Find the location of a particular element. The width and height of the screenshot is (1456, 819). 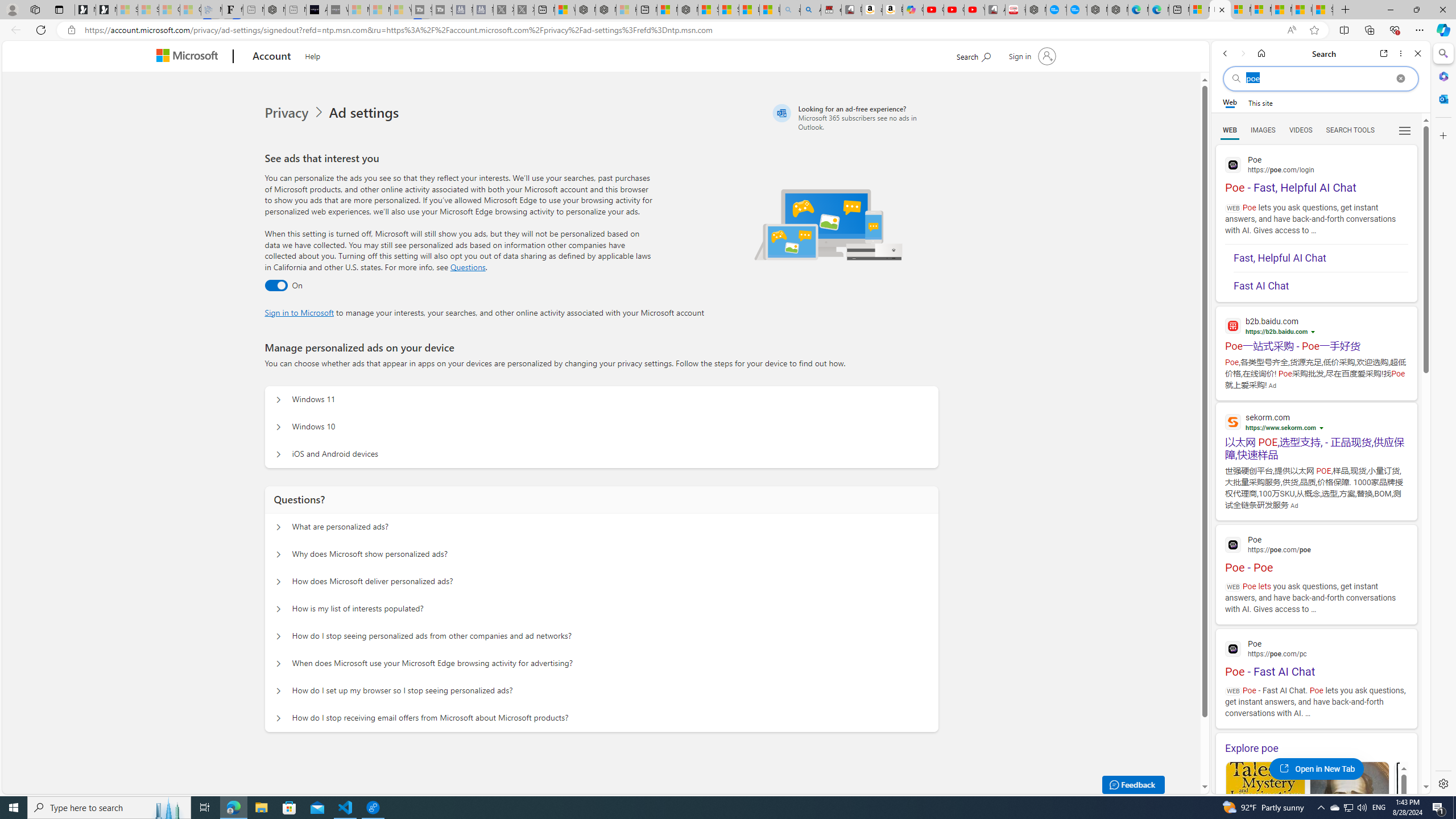

'SEARCH TOOLS' is located at coordinates (1350, 130).